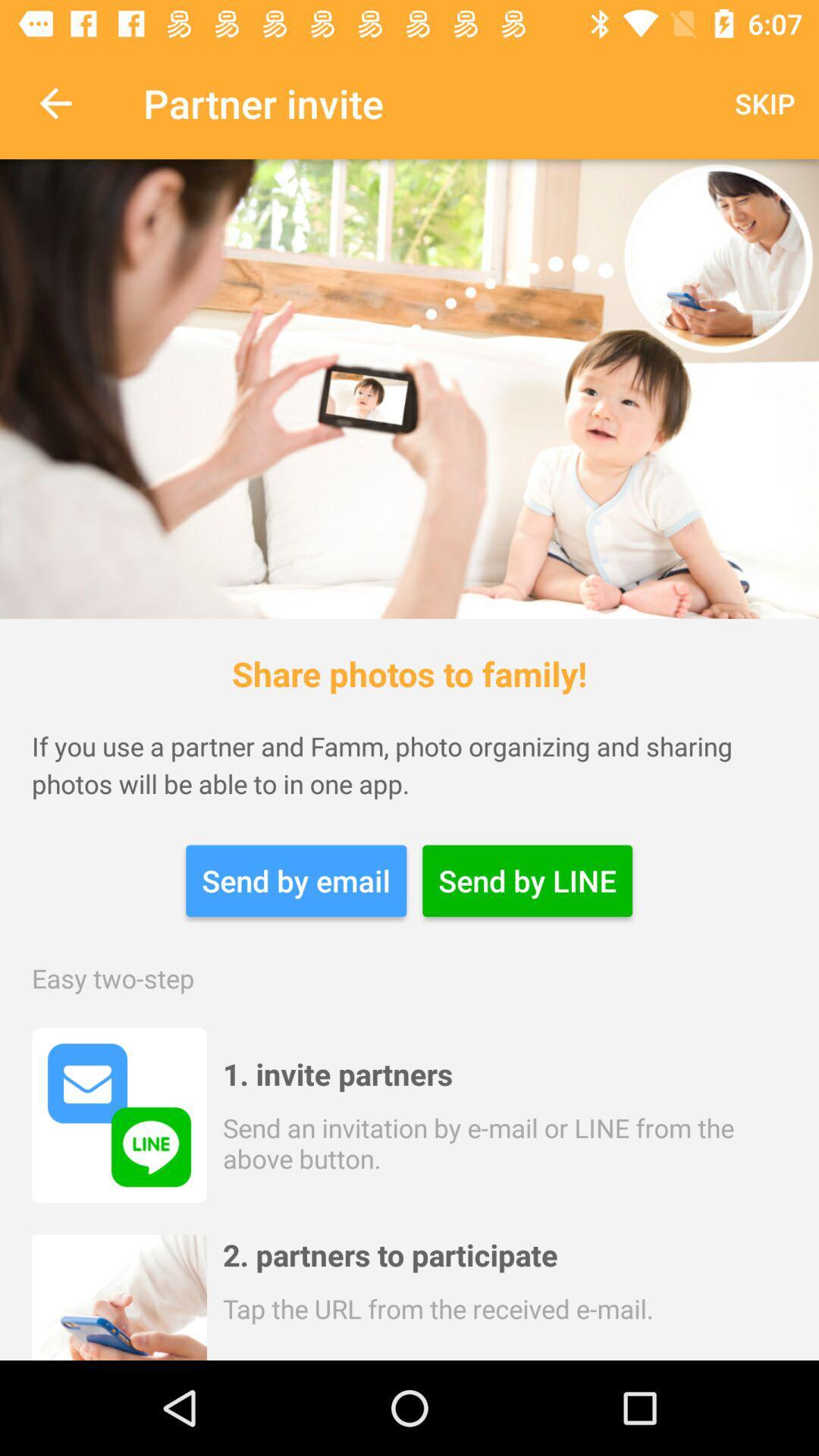 This screenshot has height=1456, width=819. I want to click on icon to the right of partner invite item, so click(764, 102).